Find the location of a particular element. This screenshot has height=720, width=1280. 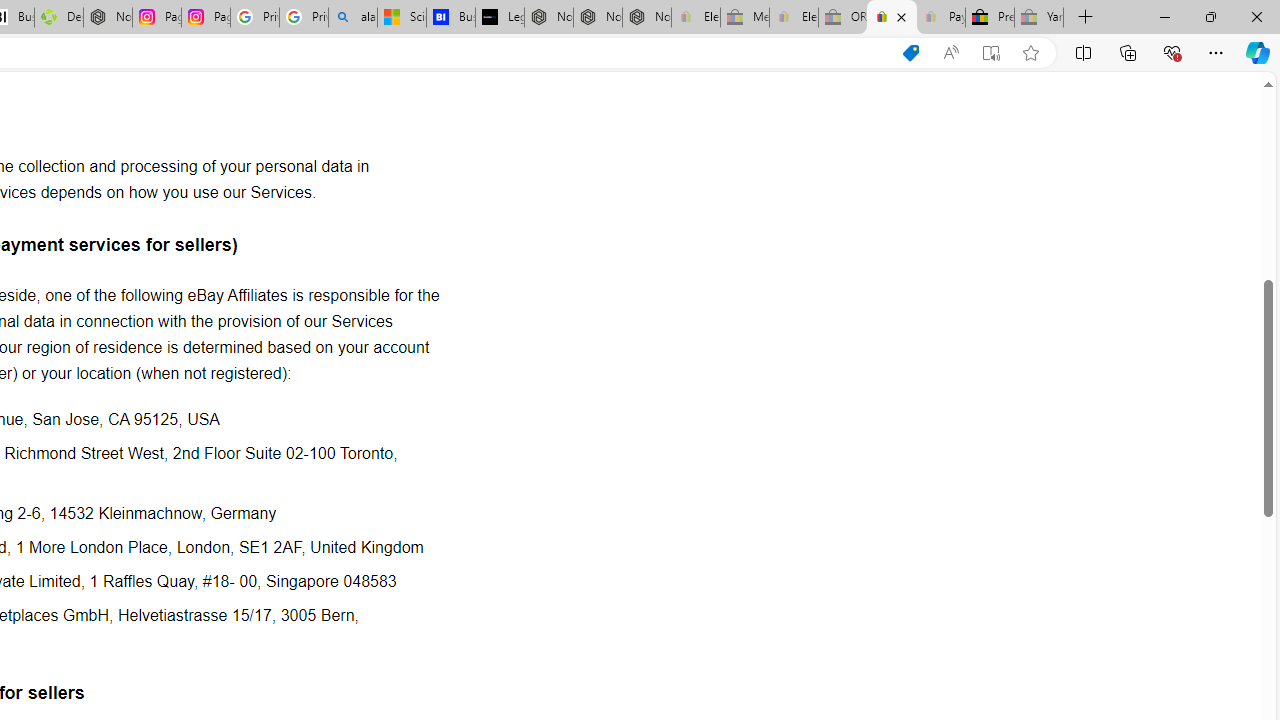

'alabama high school quarterback dies - Search' is located at coordinates (353, 17).